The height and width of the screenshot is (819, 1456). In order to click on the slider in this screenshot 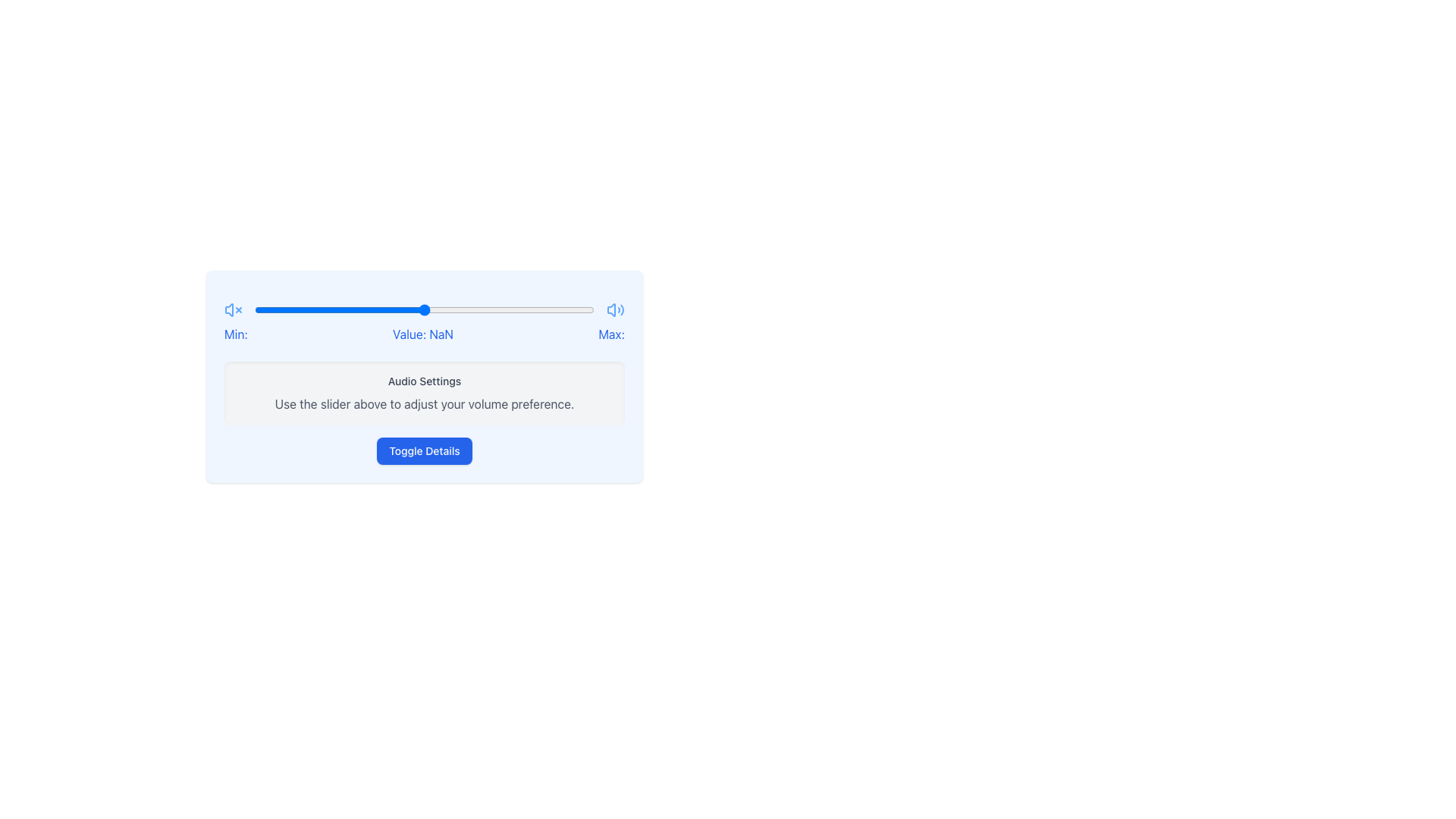, I will do `click(522, 309)`.